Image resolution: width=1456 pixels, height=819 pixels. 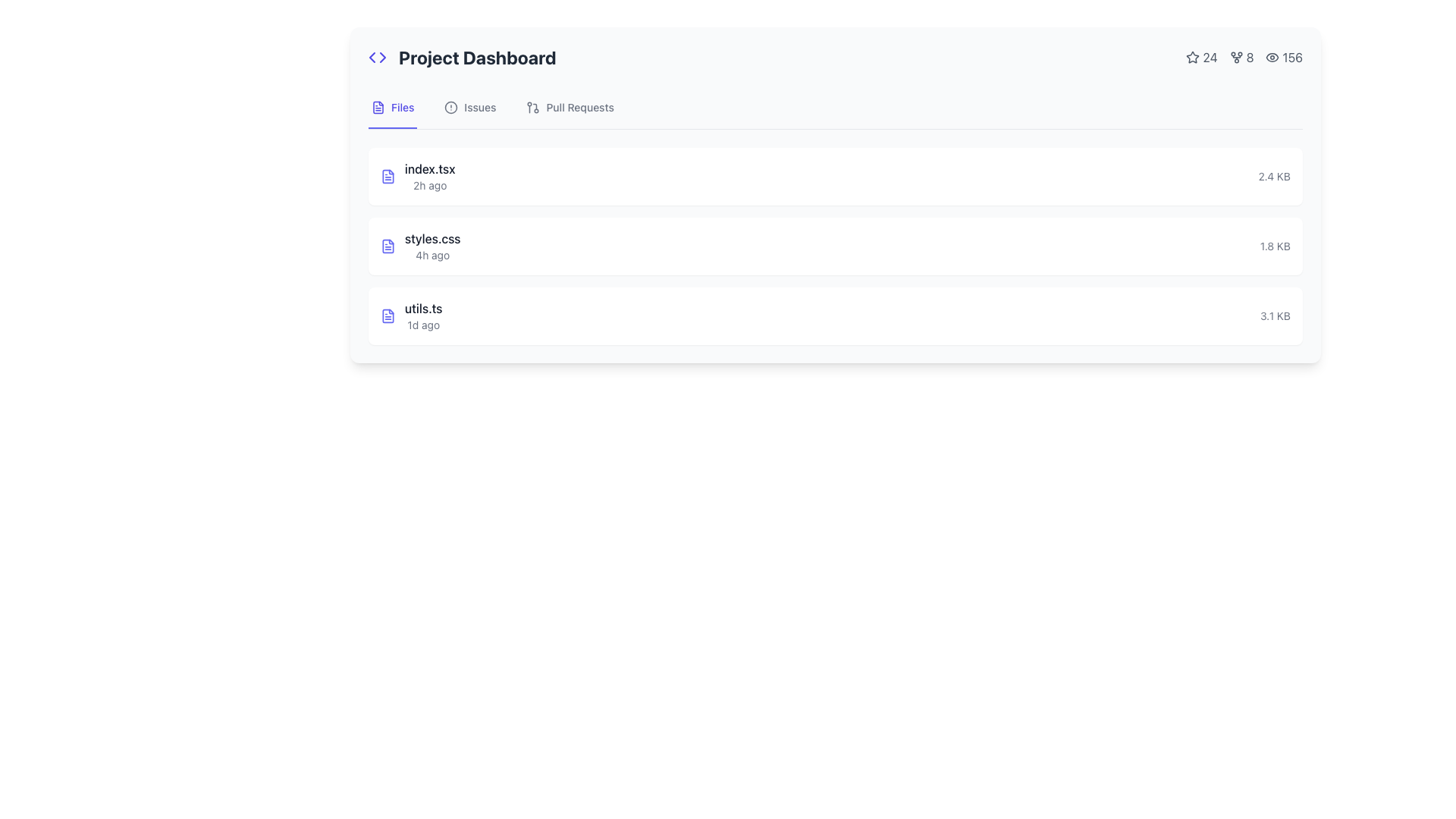 I want to click on the text label displaying 'styles.css', so click(x=431, y=239).